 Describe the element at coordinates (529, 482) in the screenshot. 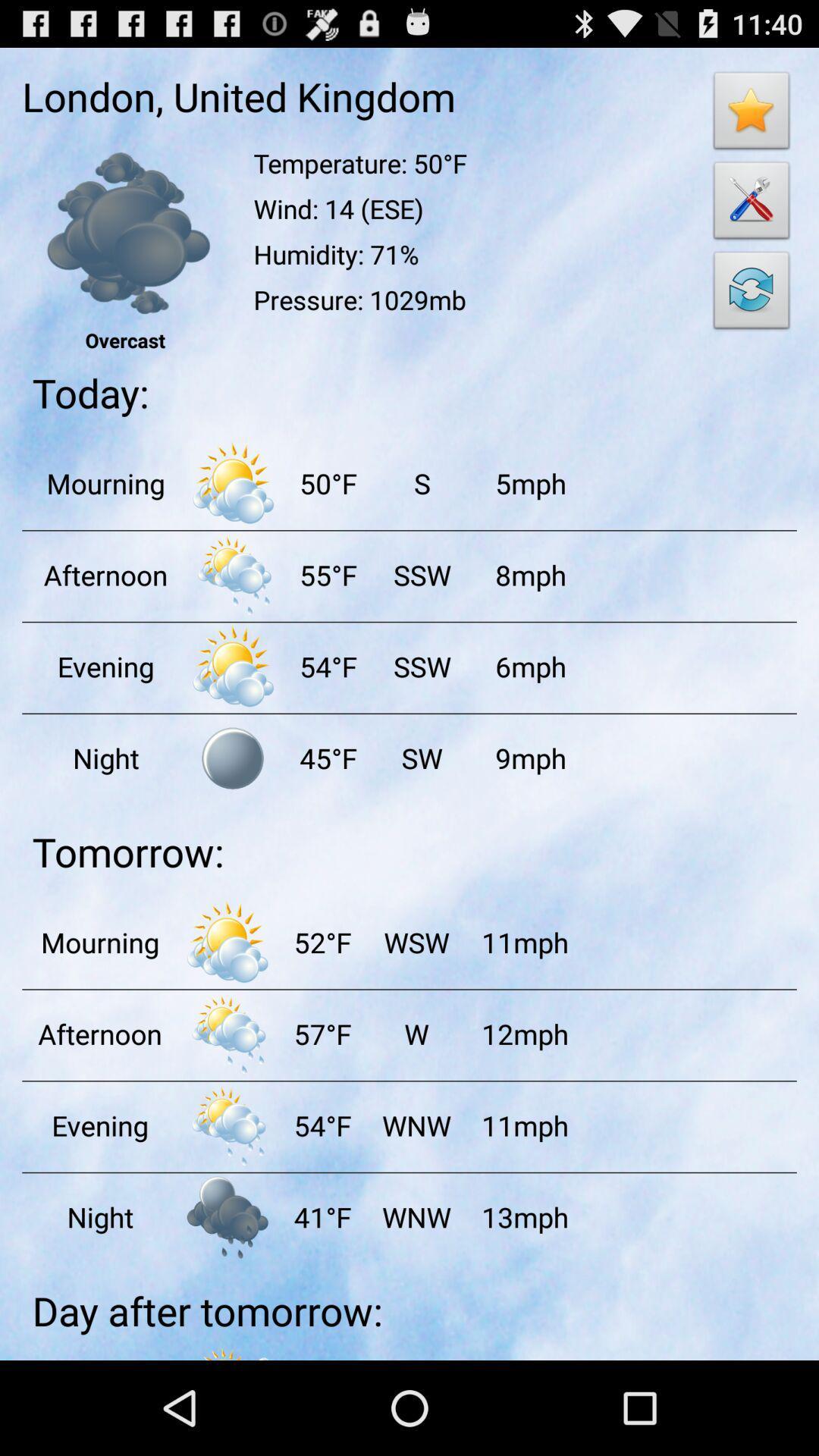

I see `the 5mph app` at that location.